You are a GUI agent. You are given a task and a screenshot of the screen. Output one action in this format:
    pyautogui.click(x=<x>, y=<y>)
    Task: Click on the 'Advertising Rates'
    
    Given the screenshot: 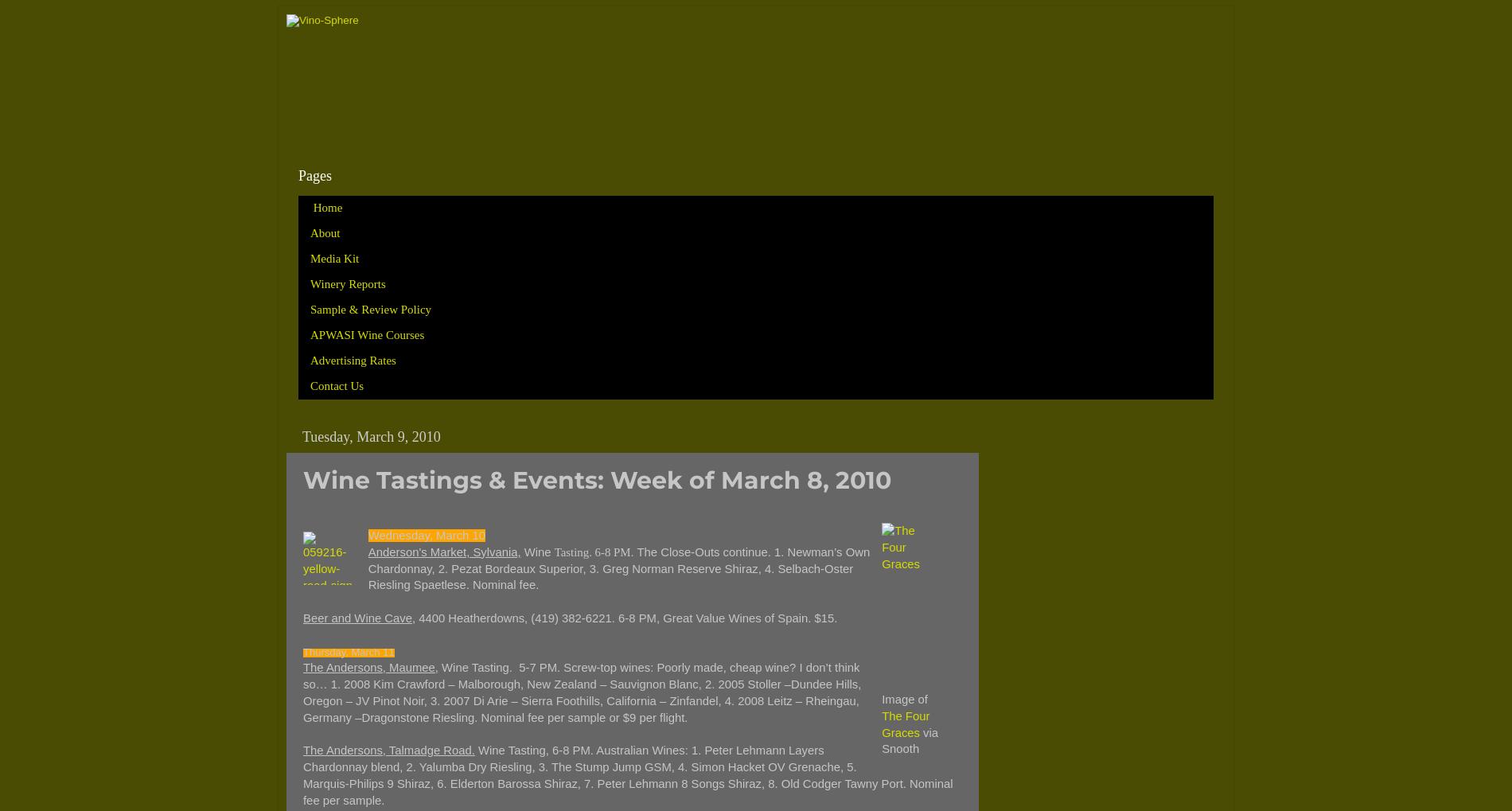 What is the action you would take?
    pyautogui.click(x=352, y=361)
    